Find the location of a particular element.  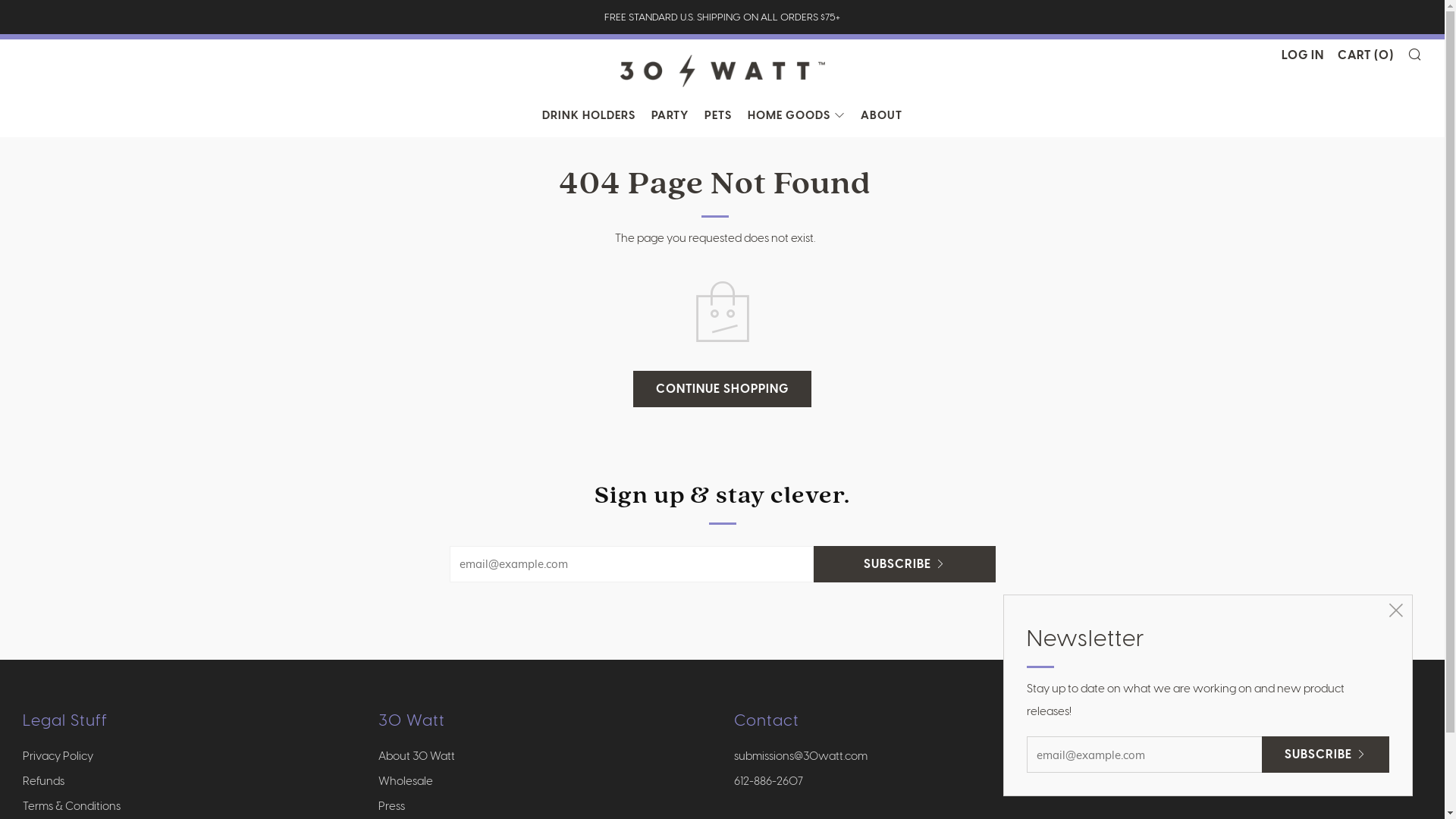

'LOG IN' is located at coordinates (1302, 55).